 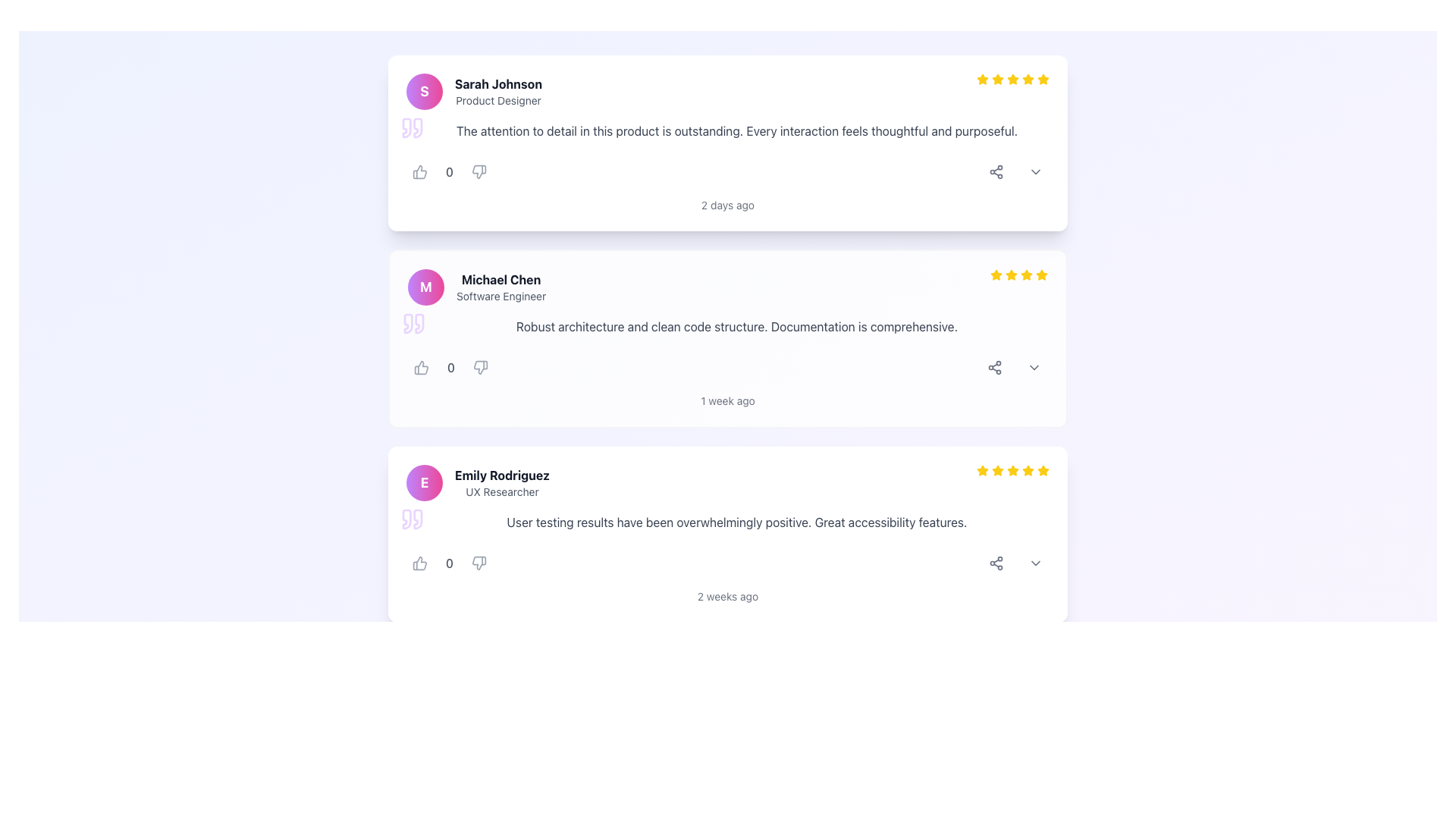 I want to click on the decorative quotation icon located in the bottom-most card of a vertical list layout, positioned to the left of the user's name and avatar in the header section of the card, so click(x=406, y=519).